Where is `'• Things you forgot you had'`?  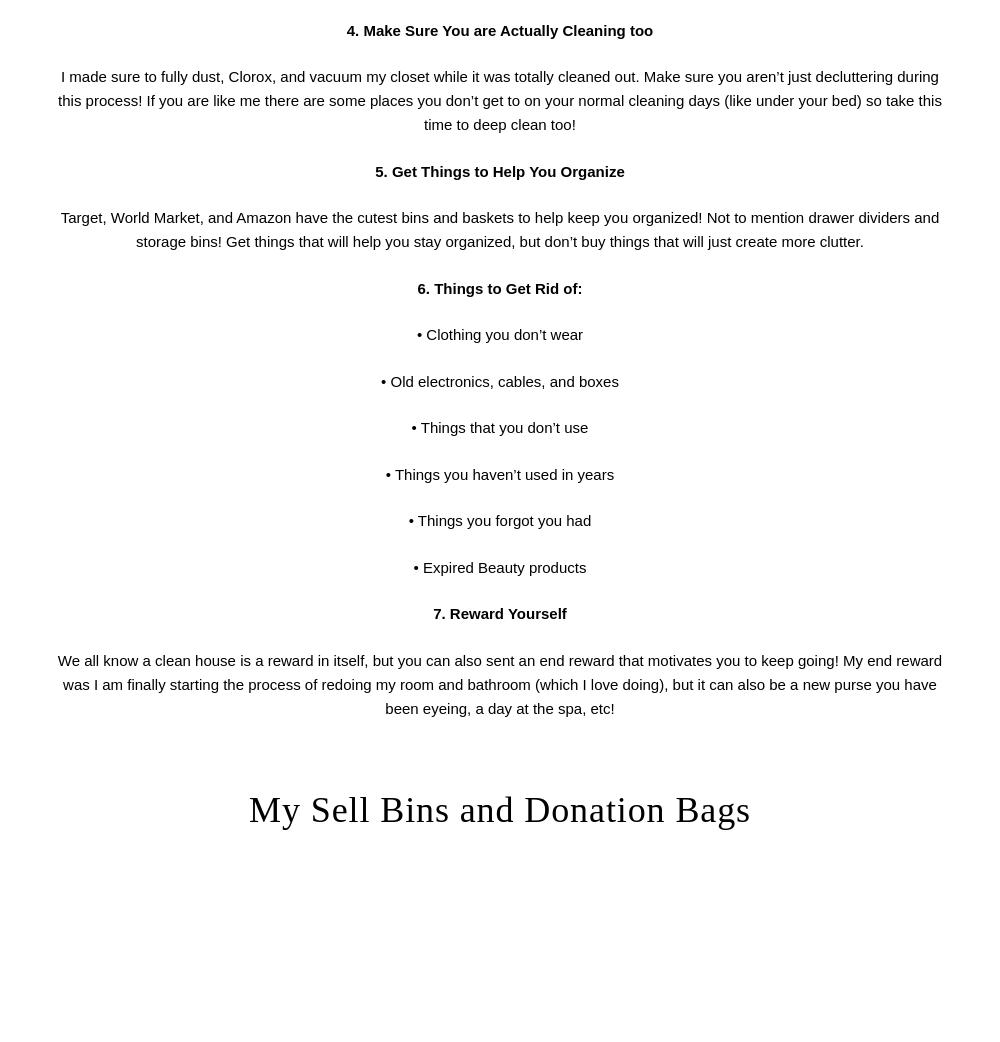 '• Things you forgot you had' is located at coordinates (498, 520).